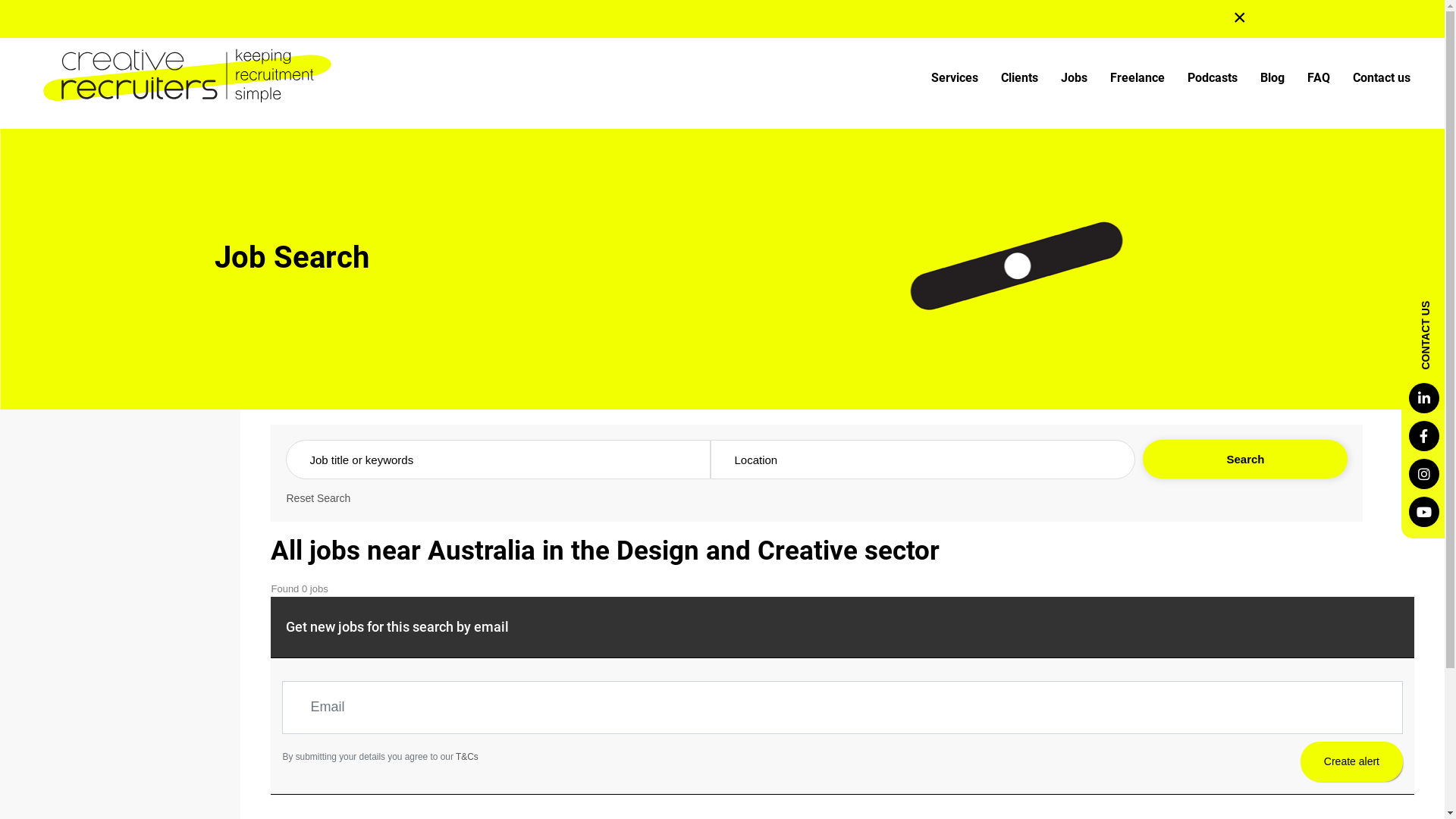 This screenshot has height=819, width=1456. What do you see at coordinates (1294, 78) in the screenshot?
I see `'FAQ'` at bounding box center [1294, 78].